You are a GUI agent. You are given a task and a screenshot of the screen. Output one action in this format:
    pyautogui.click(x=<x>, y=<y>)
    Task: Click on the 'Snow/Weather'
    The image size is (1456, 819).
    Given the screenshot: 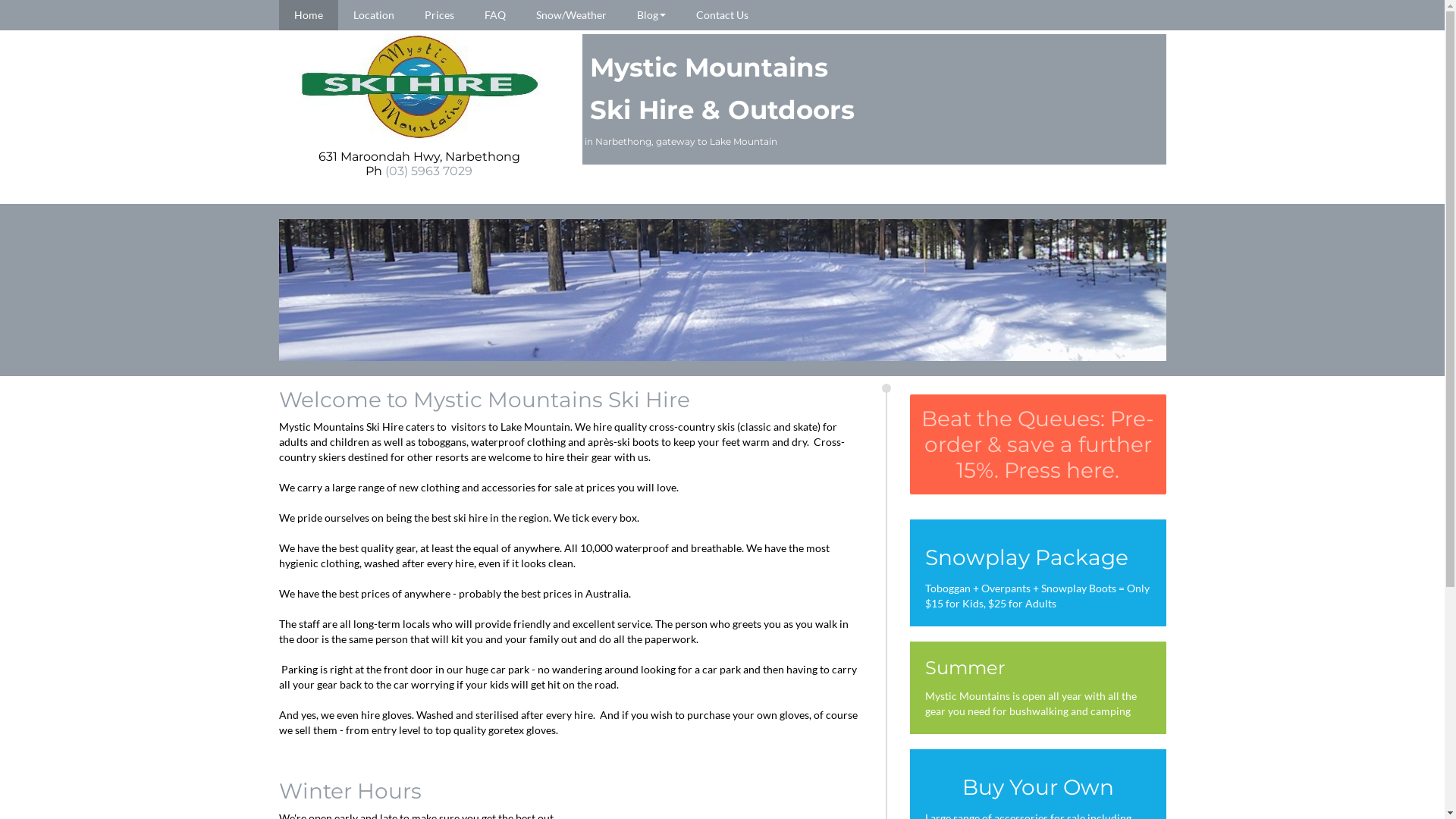 What is the action you would take?
    pyautogui.click(x=570, y=14)
    